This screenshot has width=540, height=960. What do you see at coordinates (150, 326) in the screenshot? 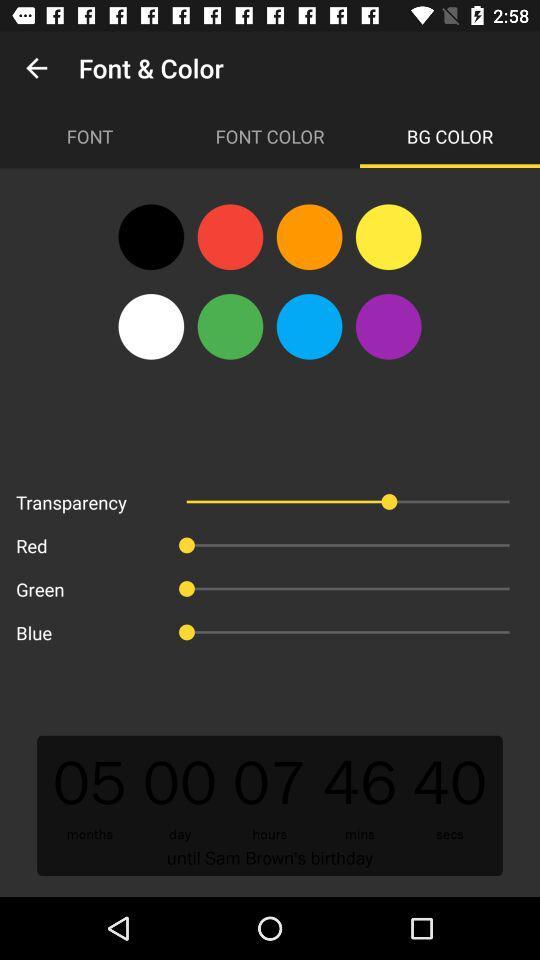
I see `the item above the transparency icon` at bounding box center [150, 326].